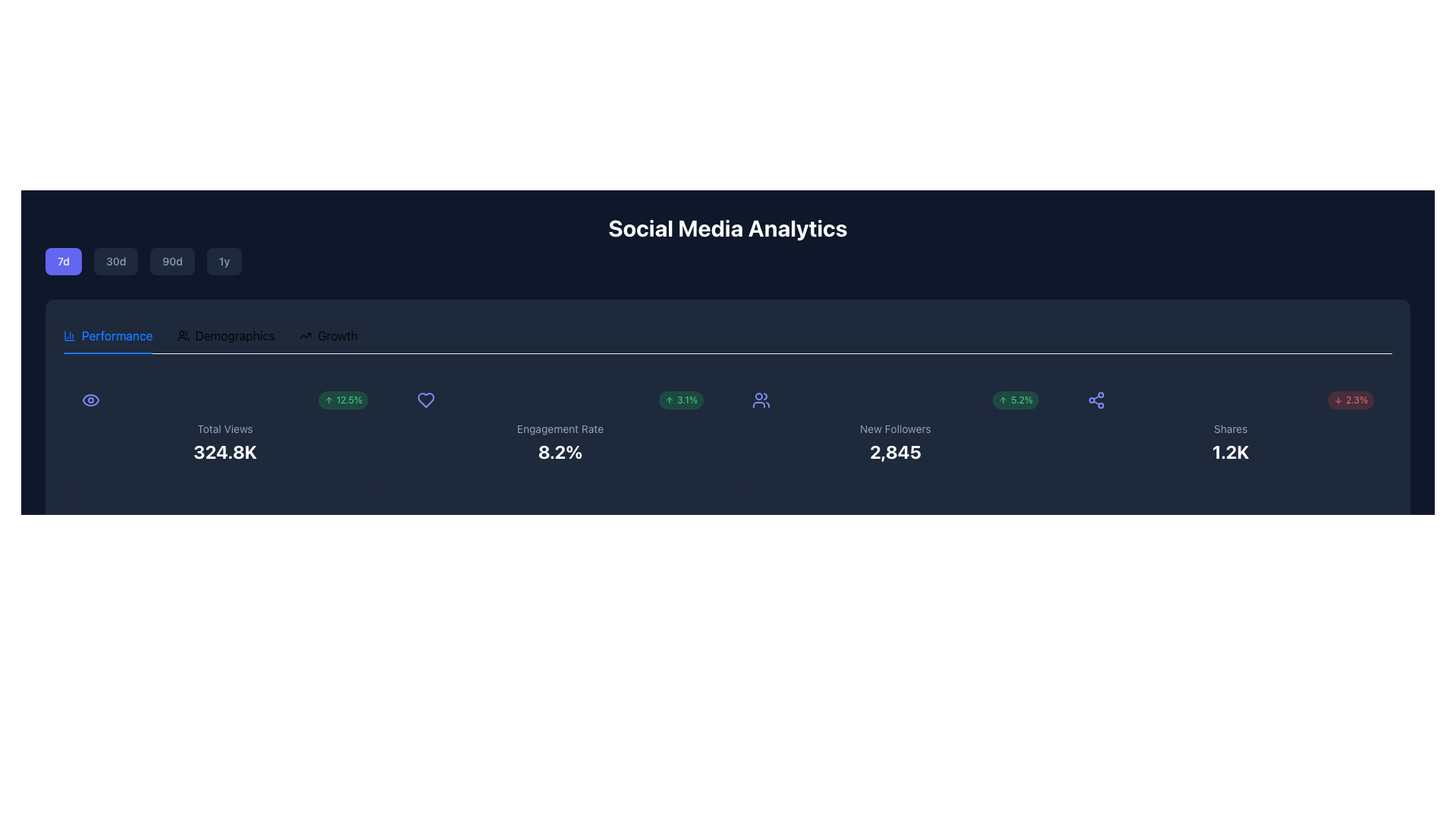  I want to click on the 'Shares' label displayed in light gray on a dark background, which is positioned under the shares icon and above the numerical value of 1.2K, so click(1230, 429).